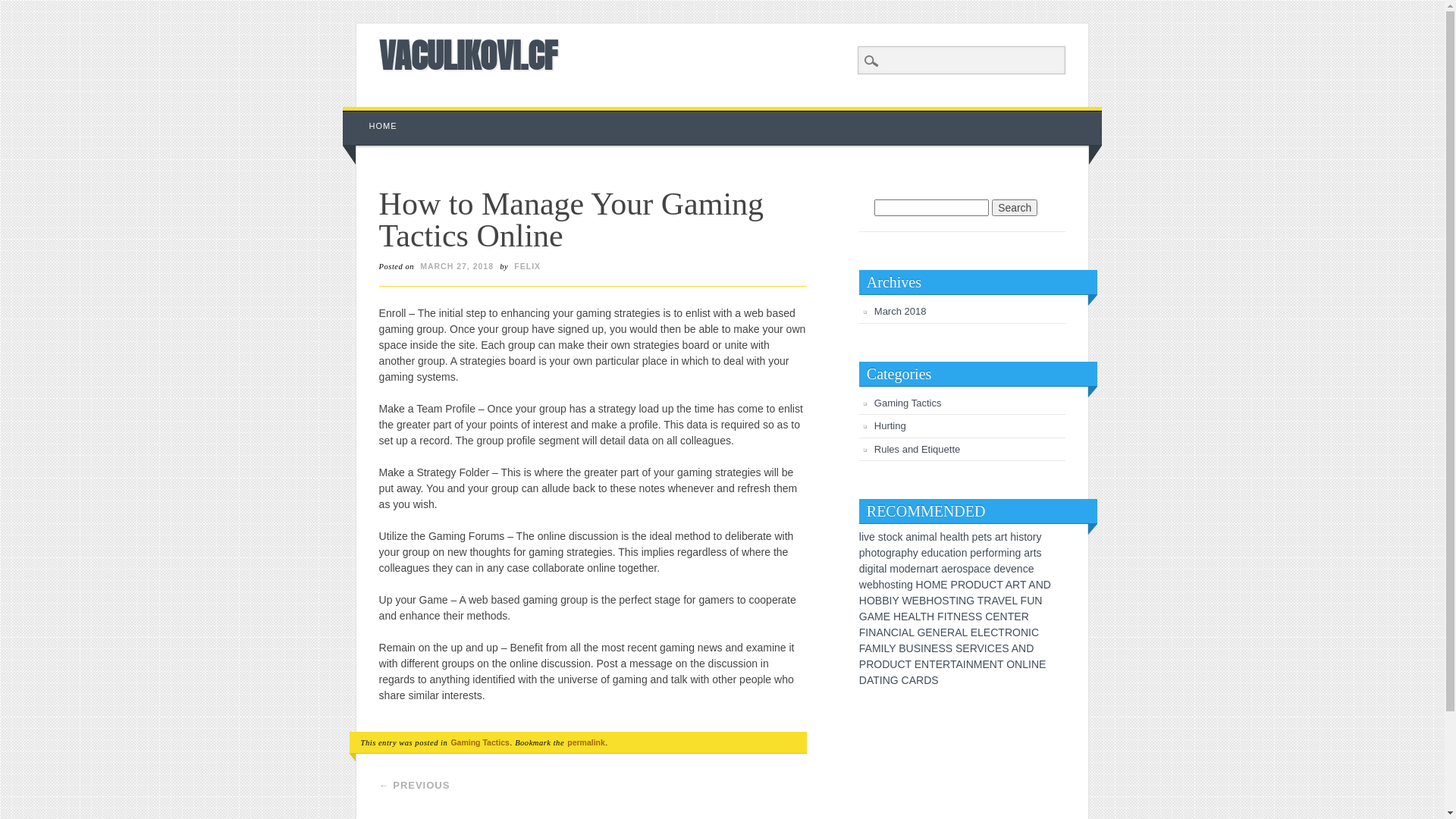 Image resolution: width=1456 pixels, height=819 pixels. What do you see at coordinates (1015, 648) in the screenshot?
I see `'A'` at bounding box center [1015, 648].